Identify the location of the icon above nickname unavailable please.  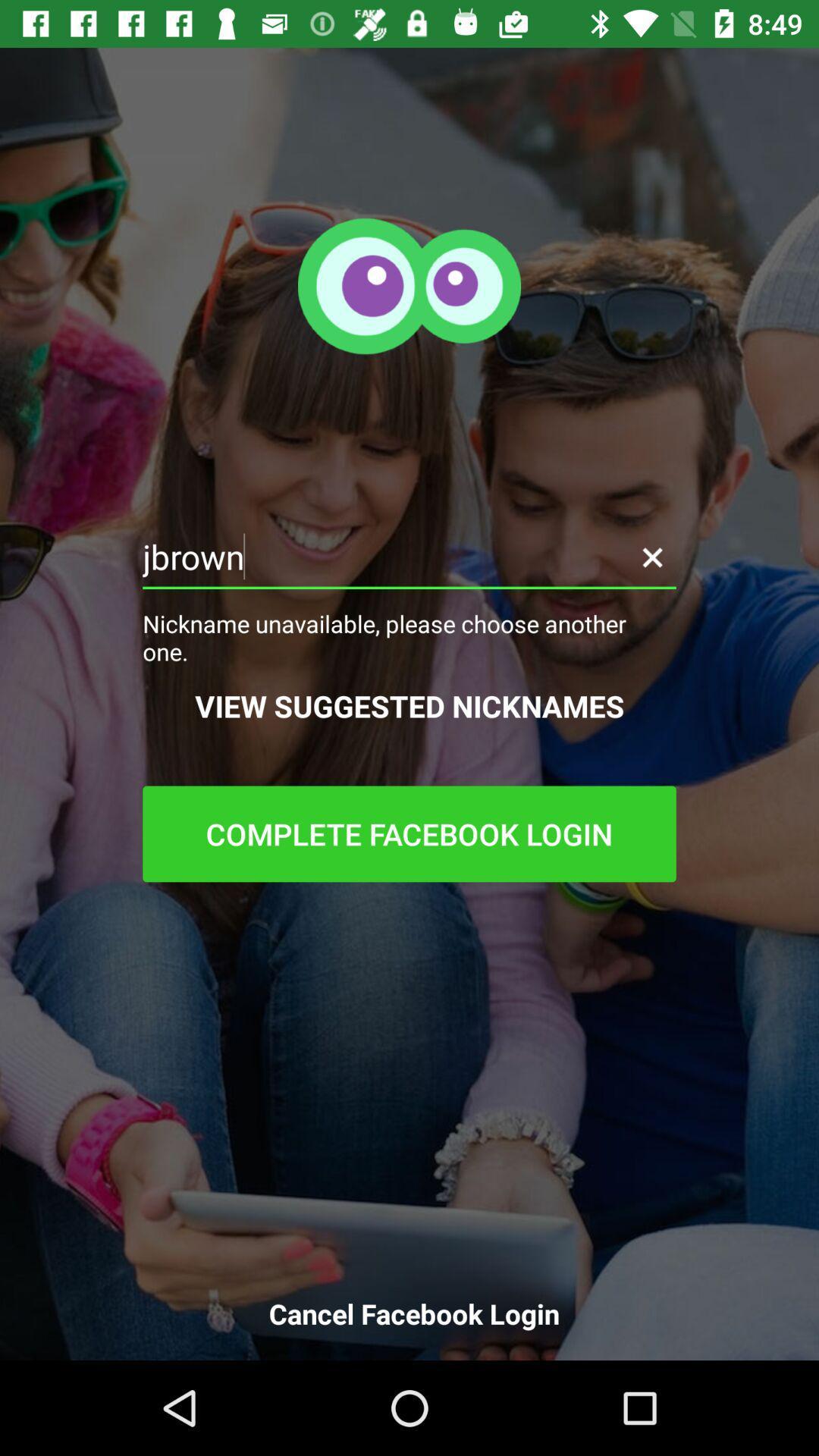
(651, 556).